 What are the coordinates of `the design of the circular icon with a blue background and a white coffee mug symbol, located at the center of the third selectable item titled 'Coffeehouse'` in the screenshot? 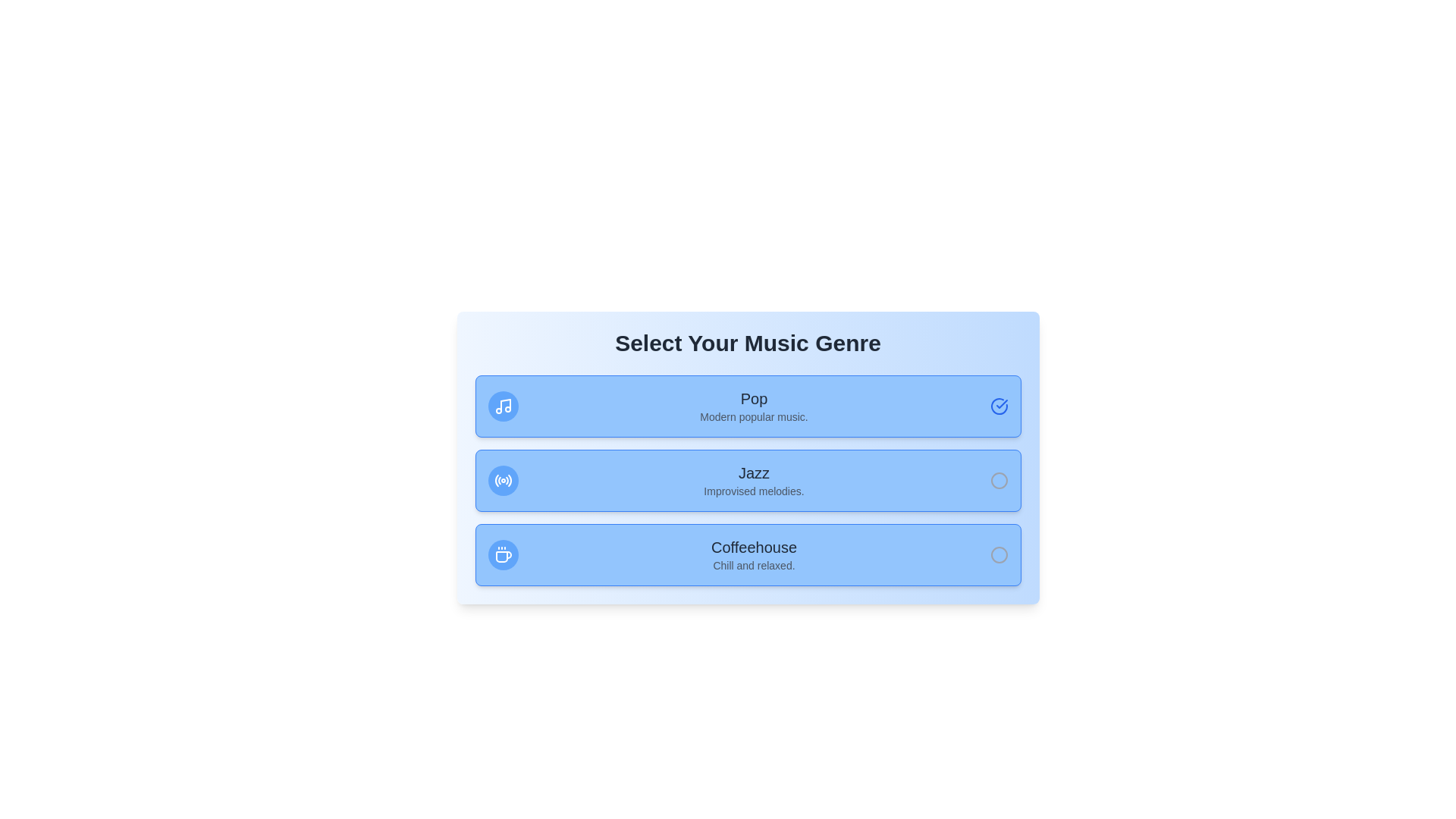 It's located at (503, 555).